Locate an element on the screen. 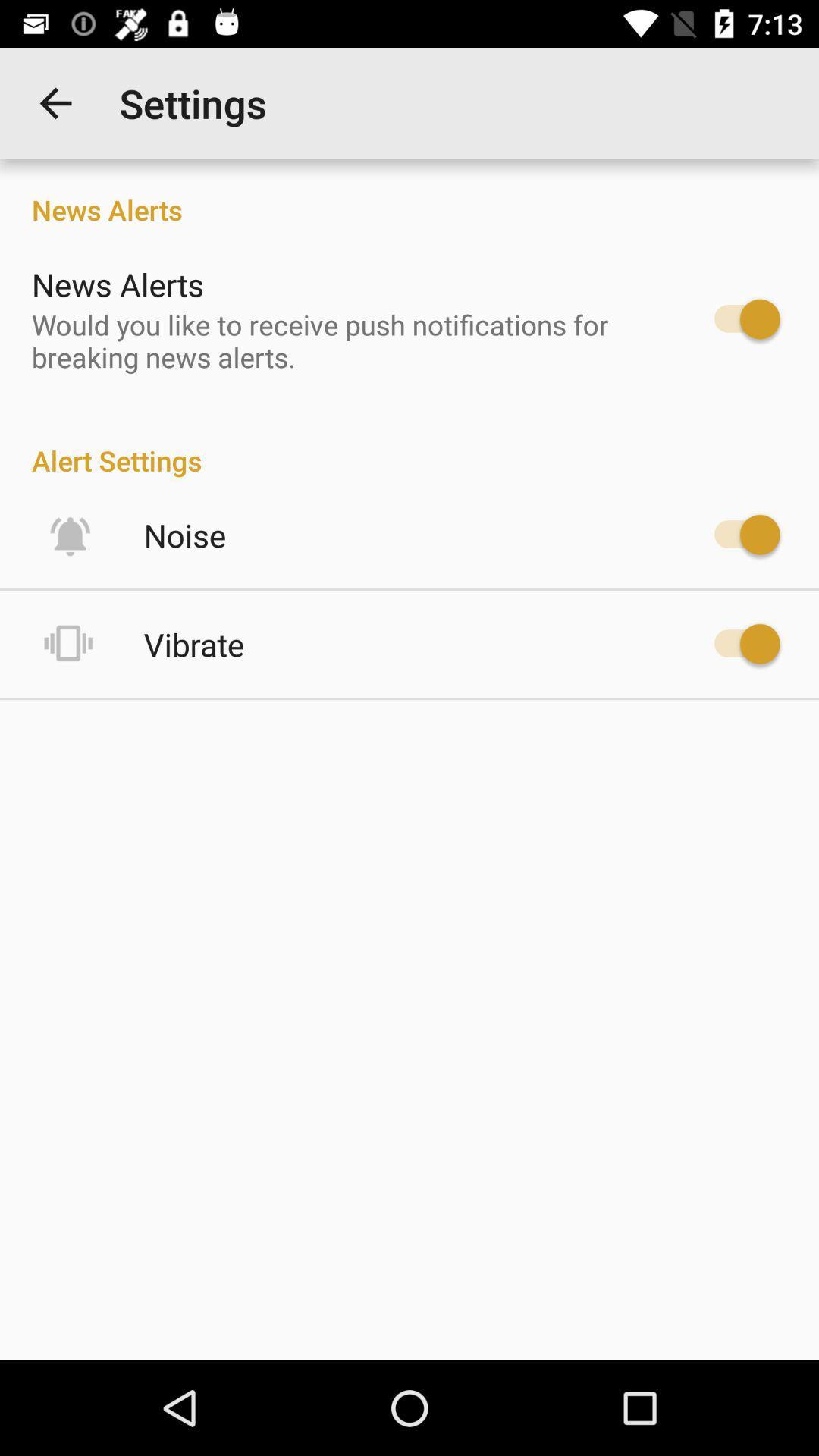 This screenshot has height=1456, width=819. the noise icon is located at coordinates (184, 535).